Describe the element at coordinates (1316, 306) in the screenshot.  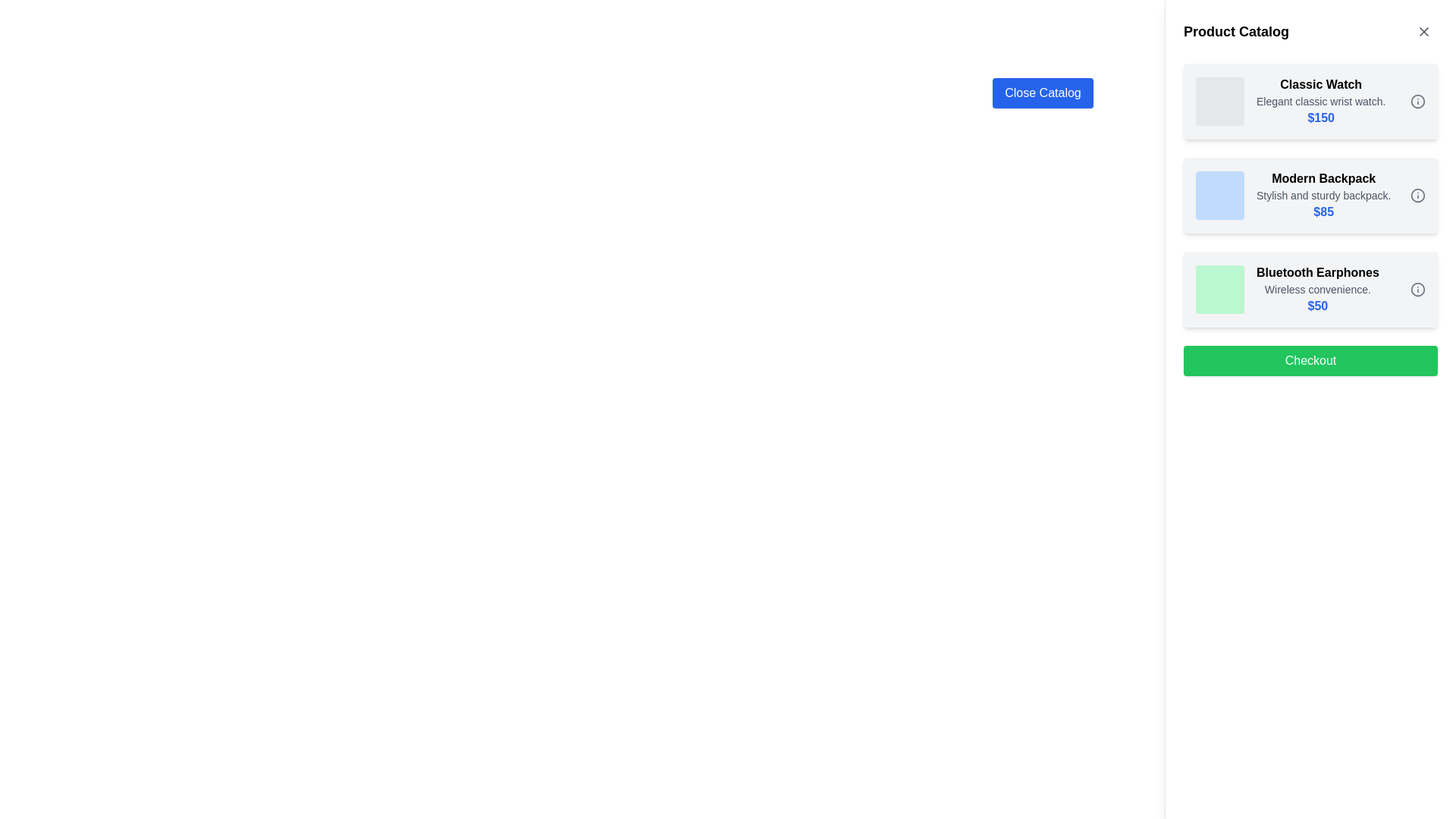
I see `the price label for 'Bluetooth Earphones', which is centrally aligned beneath the descriptive text 'Wireless convenience'` at that location.